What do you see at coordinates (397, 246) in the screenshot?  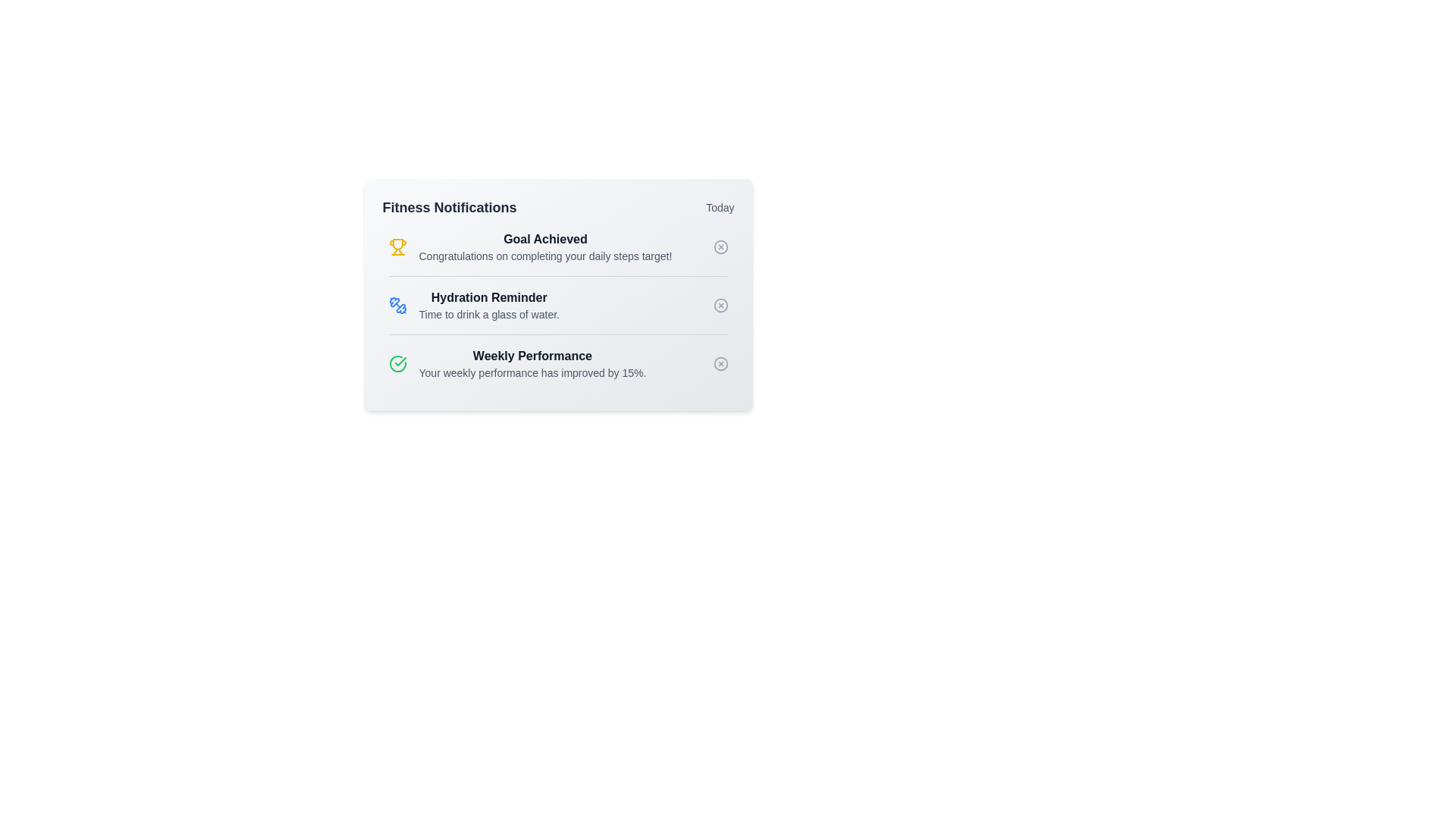 I see `the success icon located at the top left of the 'Goal Achieved' notification, adjacent to its title` at bounding box center [397, 246].